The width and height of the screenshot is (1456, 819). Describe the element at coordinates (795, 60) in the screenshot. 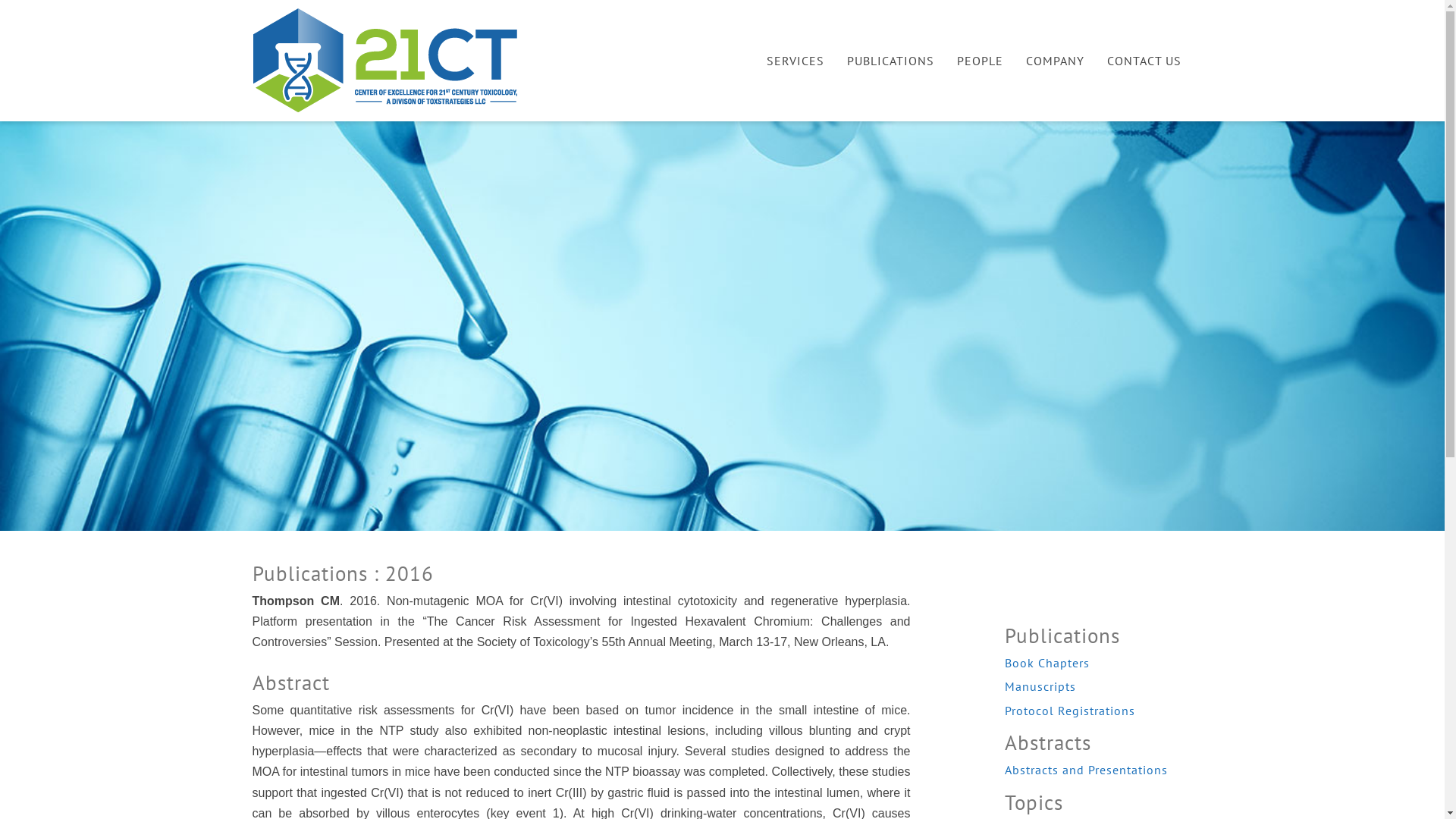

I see `'SERVICES'` at that location.